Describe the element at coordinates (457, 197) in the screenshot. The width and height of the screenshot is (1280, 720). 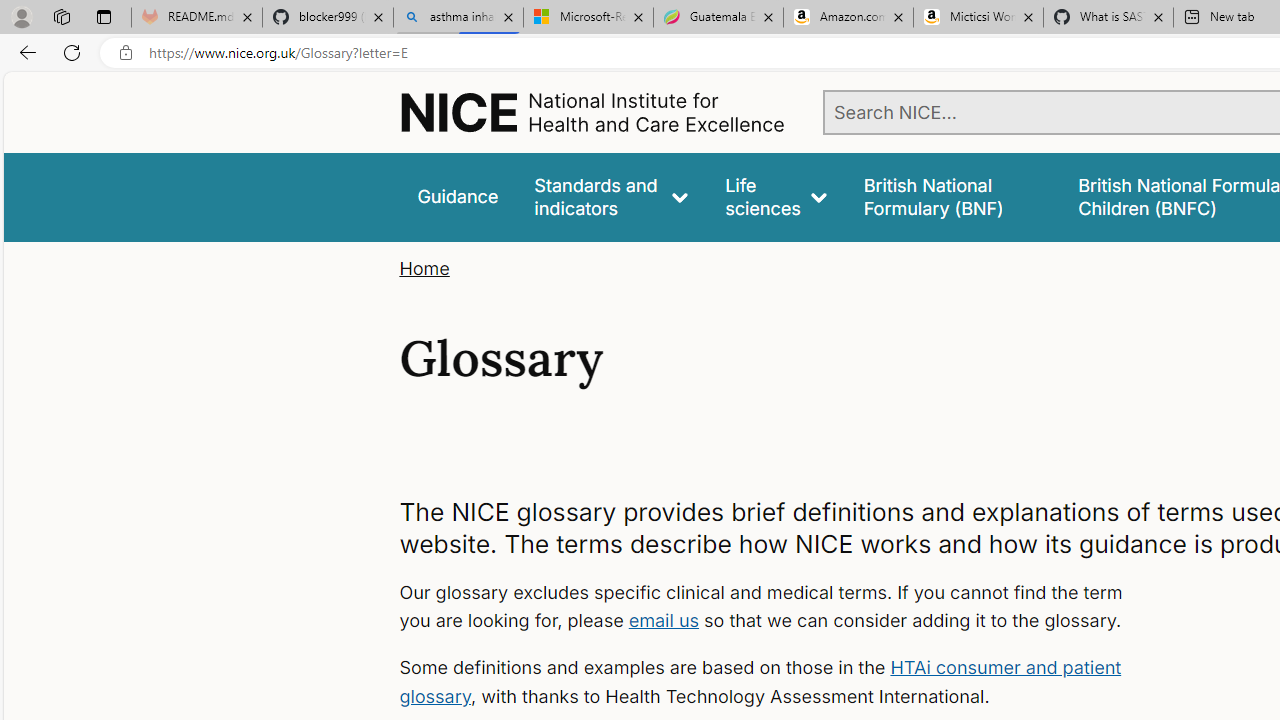
I see `'Guidance'` at that location.